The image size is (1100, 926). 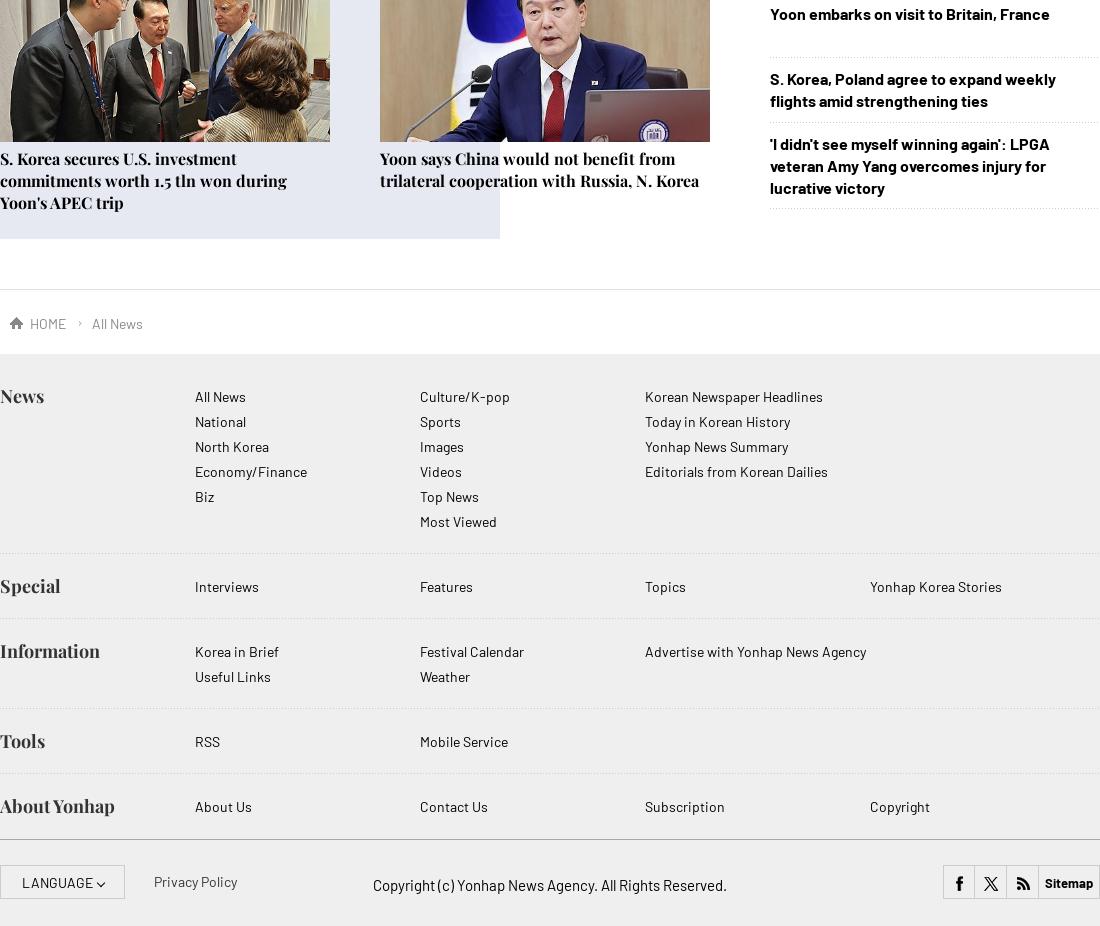 I want to click on 'Useful Links', so click(x=194, y=675).